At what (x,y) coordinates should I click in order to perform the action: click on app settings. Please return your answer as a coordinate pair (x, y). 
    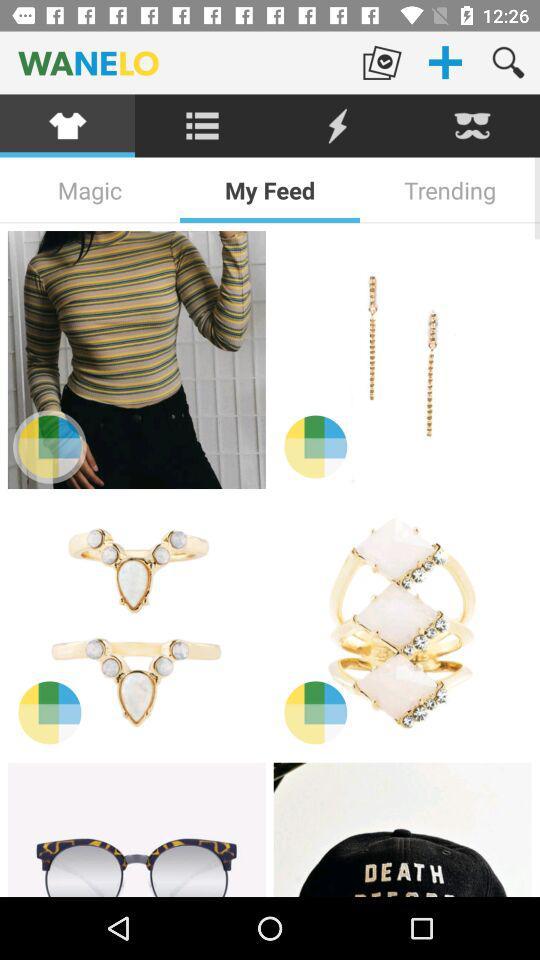
    Looking at the image, I should click on (202, 125).